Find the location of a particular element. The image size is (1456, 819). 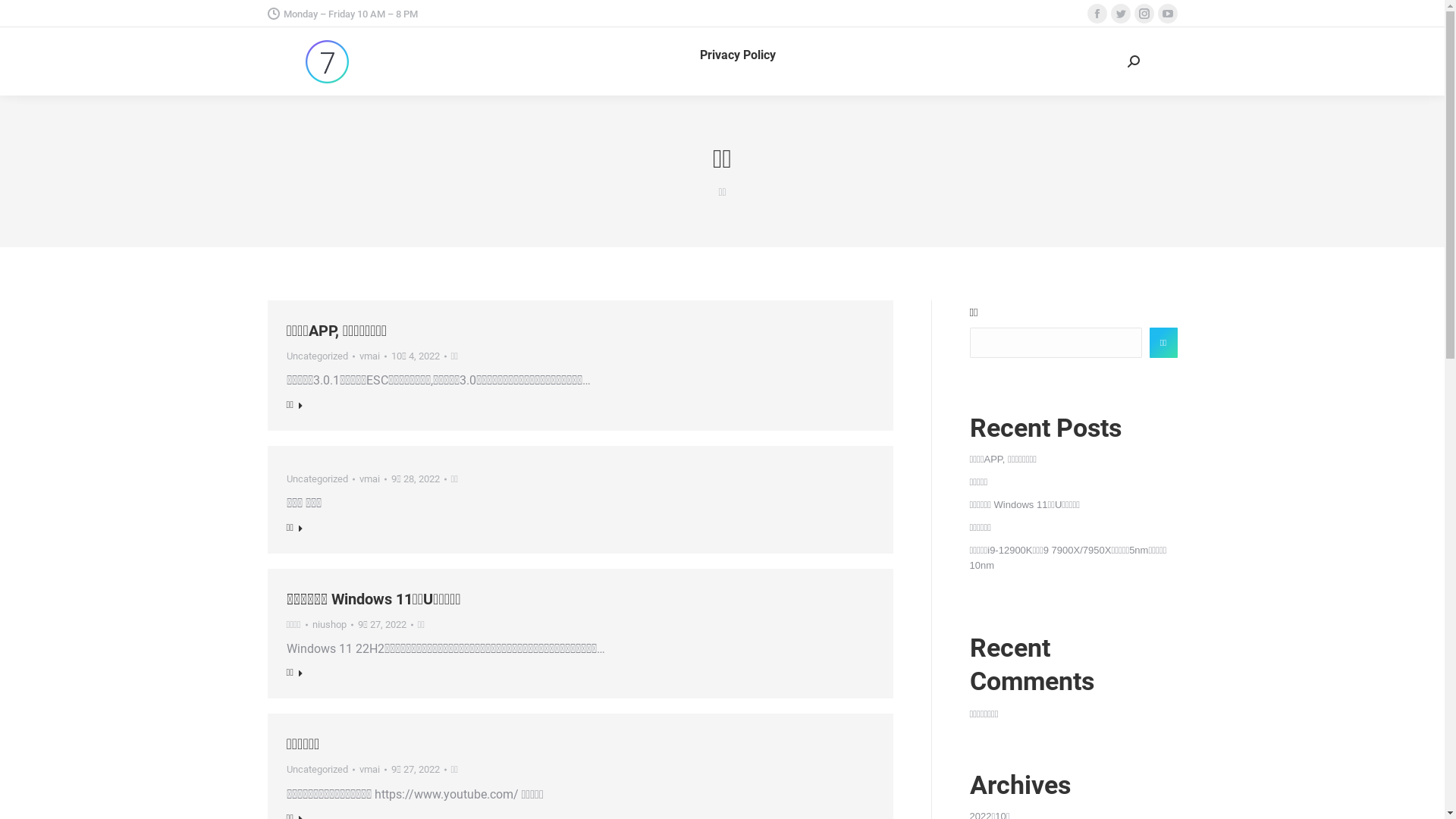

'Twitter page opens in new window' is located at coordinates (1110, 14).